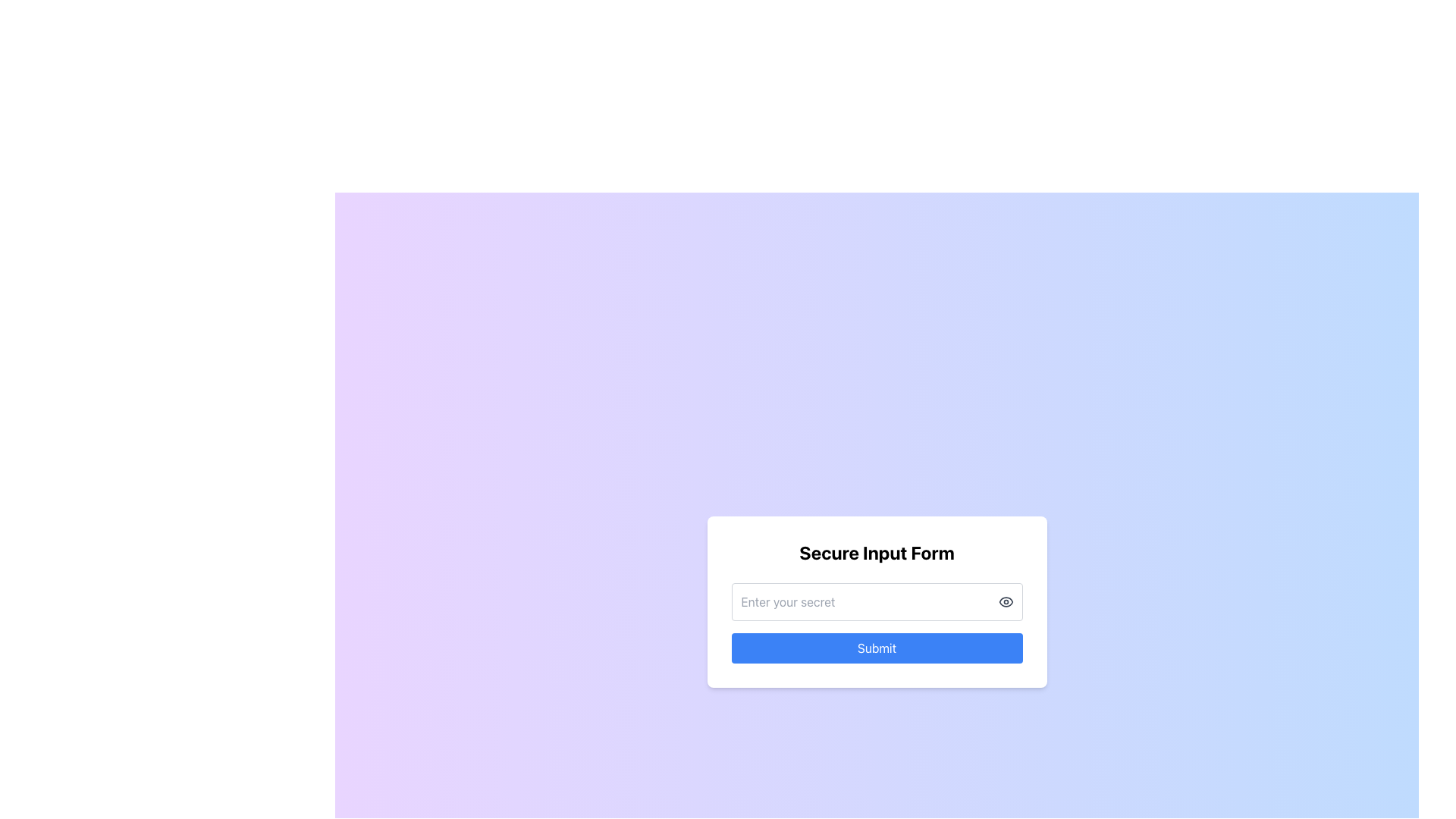  What do you see at coordinates (877, 648) in the screenshot?
I see `the submit button located at the bottom of the form` at bounding box center [877, 648].